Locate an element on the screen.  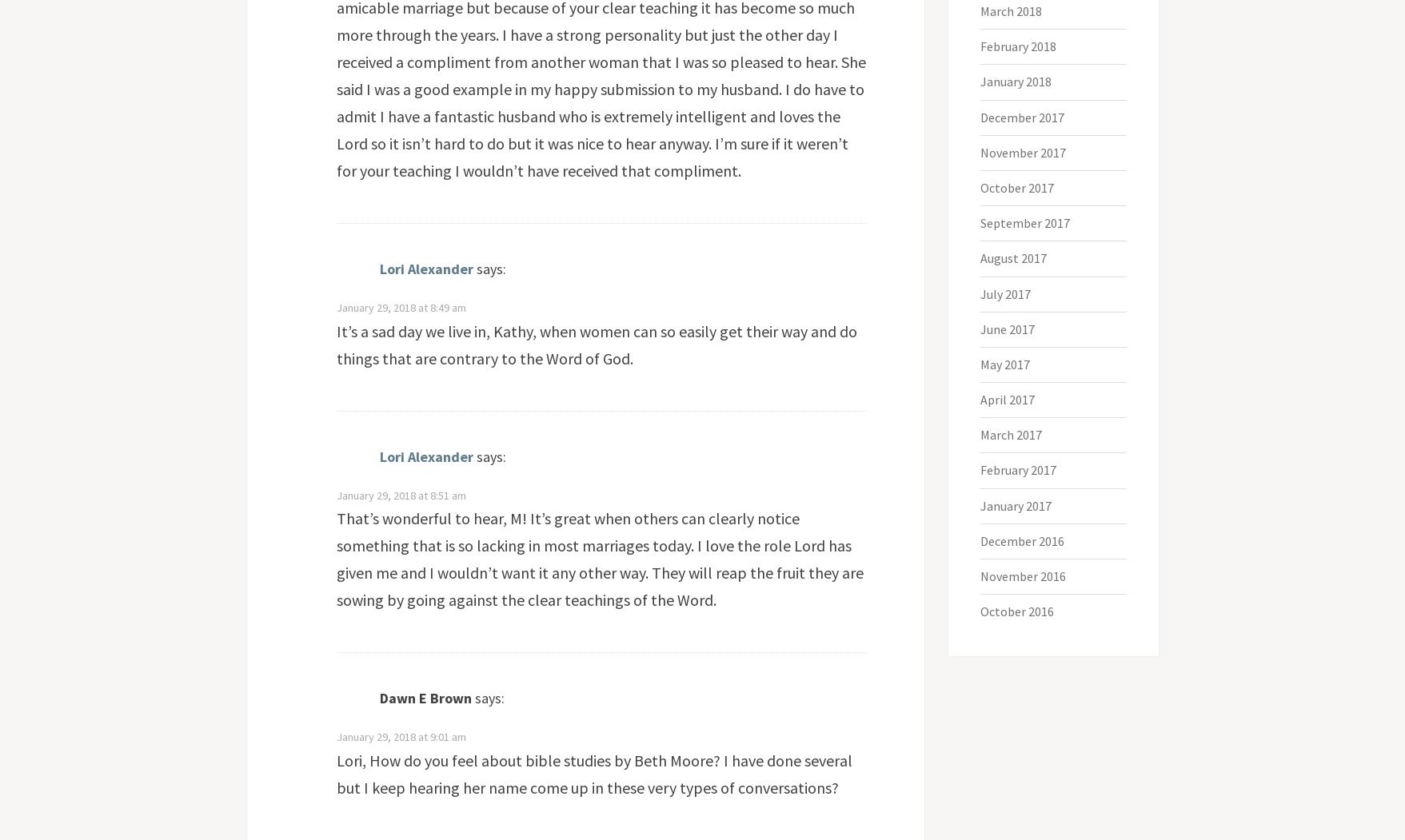
'November 2017' is located at coordinates (980, 152).